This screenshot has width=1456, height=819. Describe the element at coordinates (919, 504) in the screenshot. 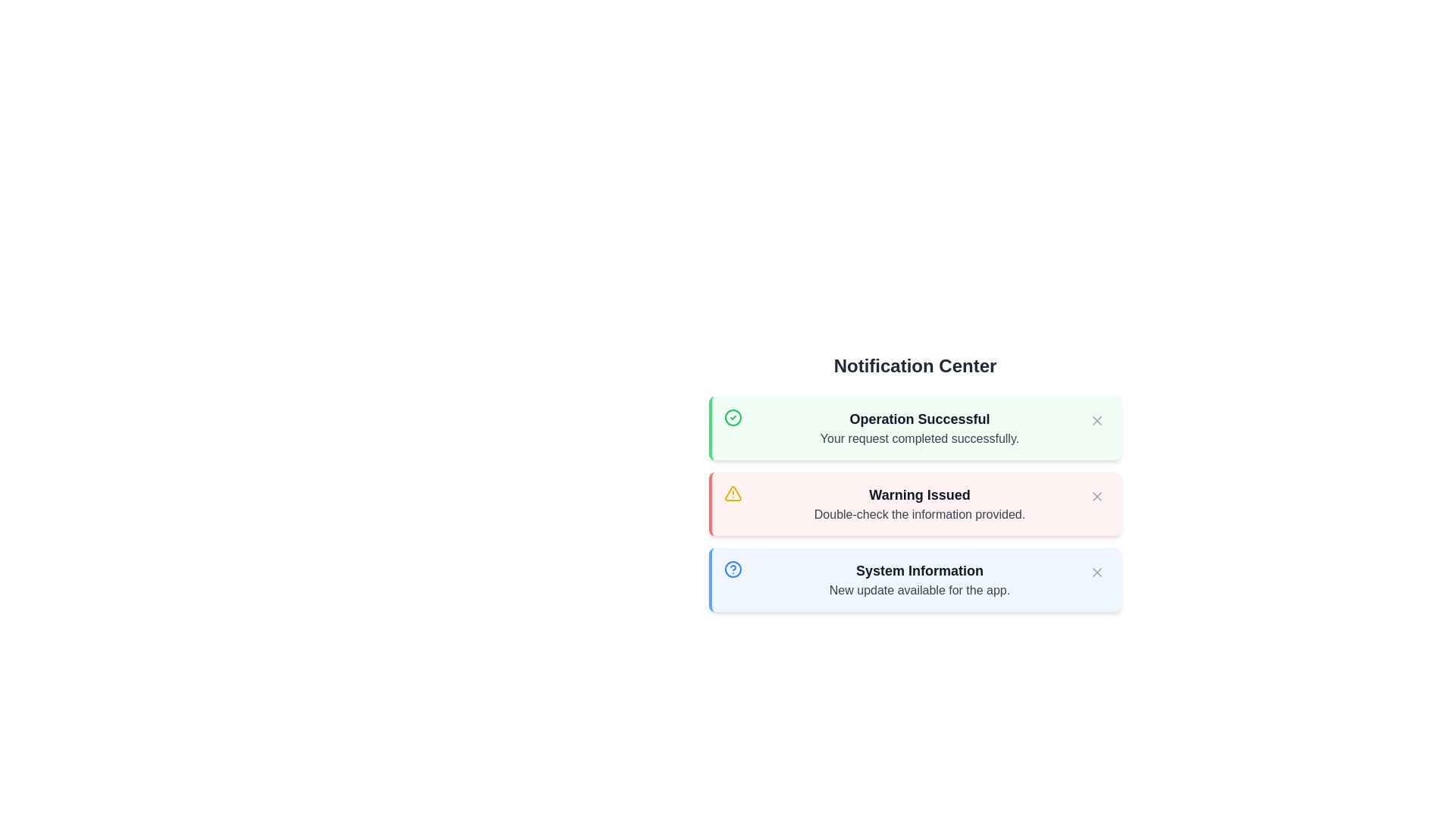

I see `notification with the bold text 'Warning Issued' and the smaller text 'Double-check the information provided.' in the Notification Center` at that location.